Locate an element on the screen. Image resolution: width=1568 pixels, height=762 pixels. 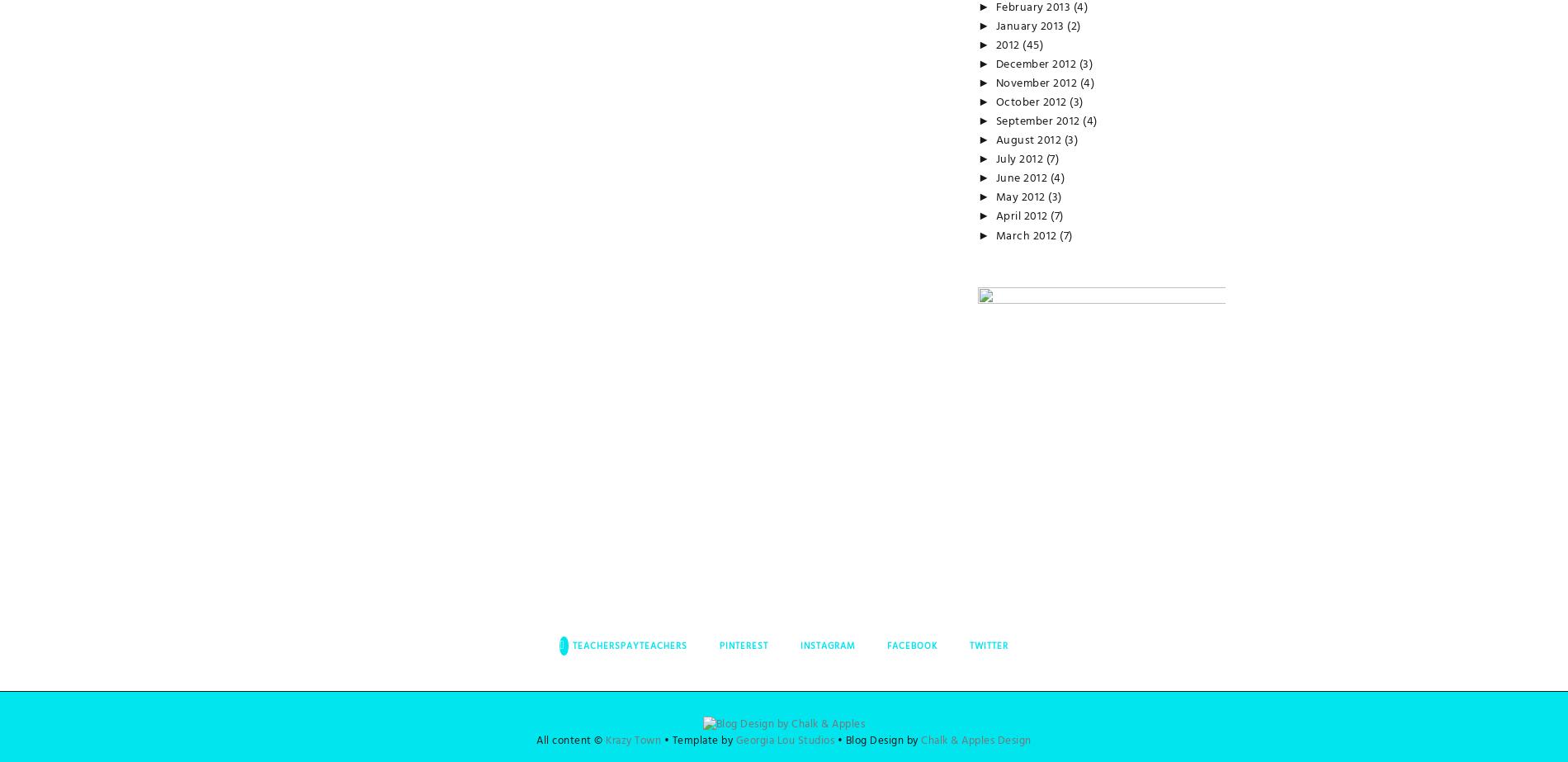
'Krazy Town' is located at coordinates (632, 740).